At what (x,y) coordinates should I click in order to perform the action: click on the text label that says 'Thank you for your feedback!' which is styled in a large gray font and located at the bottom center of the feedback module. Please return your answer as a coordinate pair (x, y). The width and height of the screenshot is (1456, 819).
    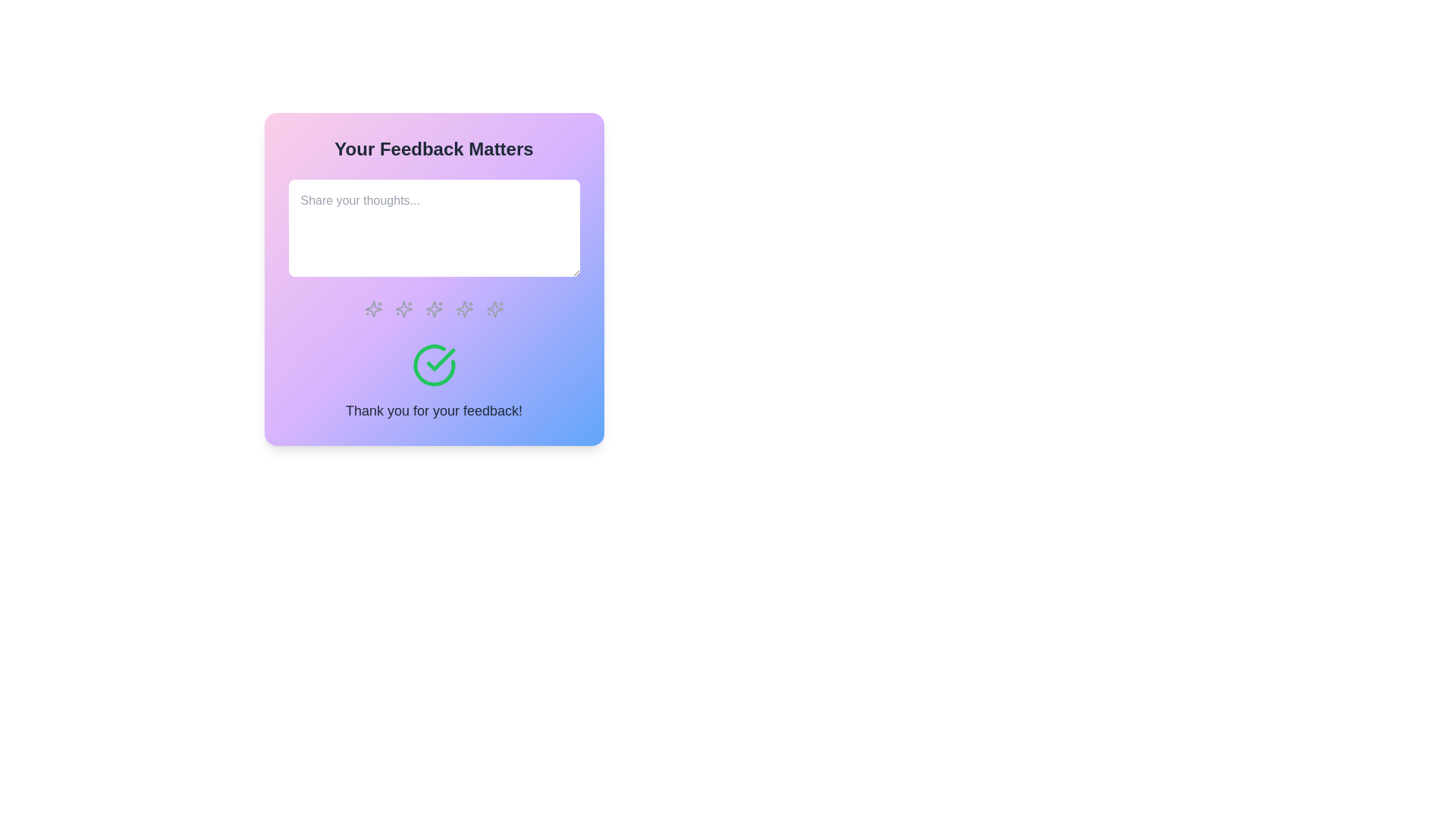
    Looking at the image, I should click on (433, 411).